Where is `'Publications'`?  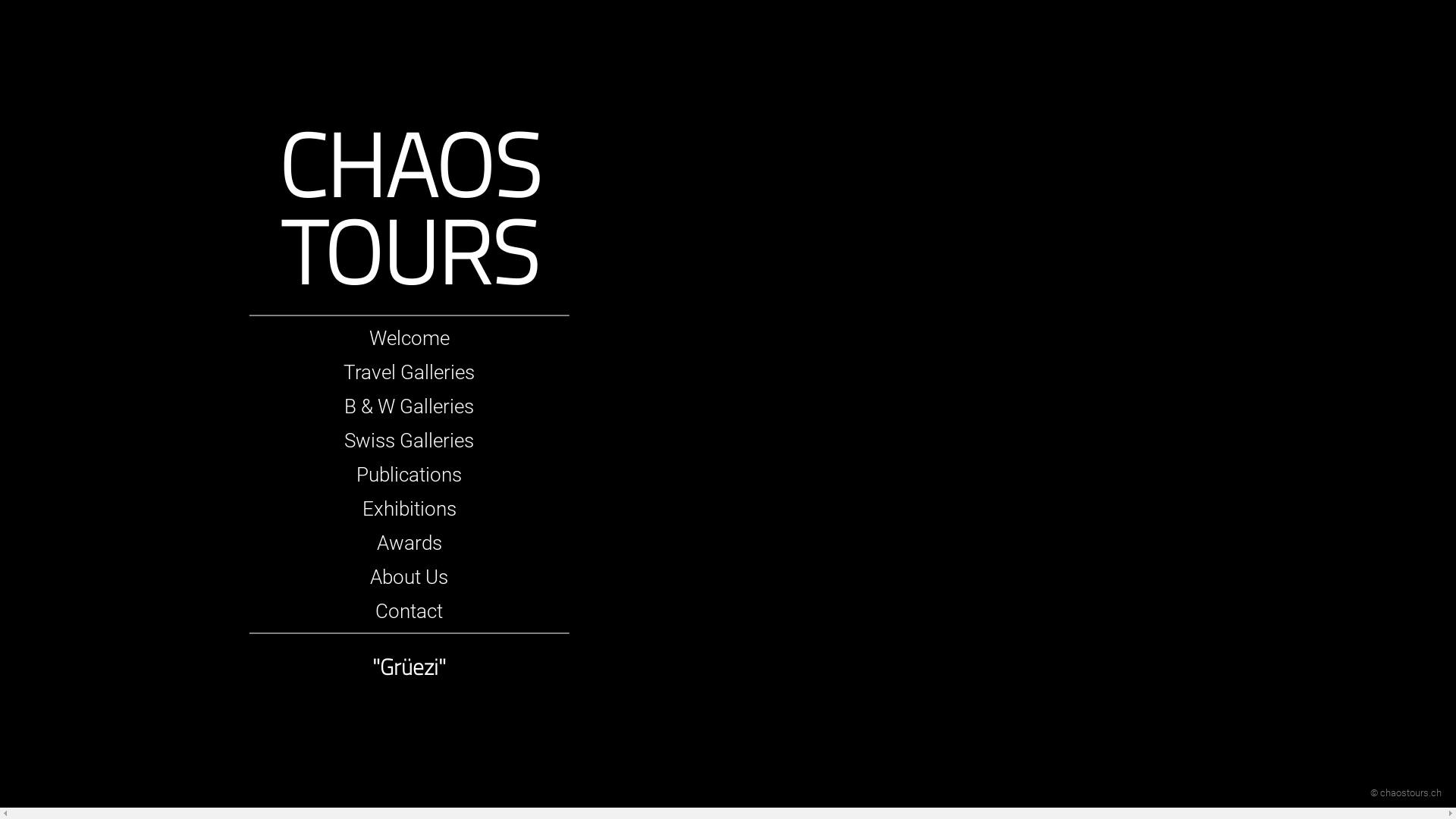 'Publications' is located at coordinates (409, 473).